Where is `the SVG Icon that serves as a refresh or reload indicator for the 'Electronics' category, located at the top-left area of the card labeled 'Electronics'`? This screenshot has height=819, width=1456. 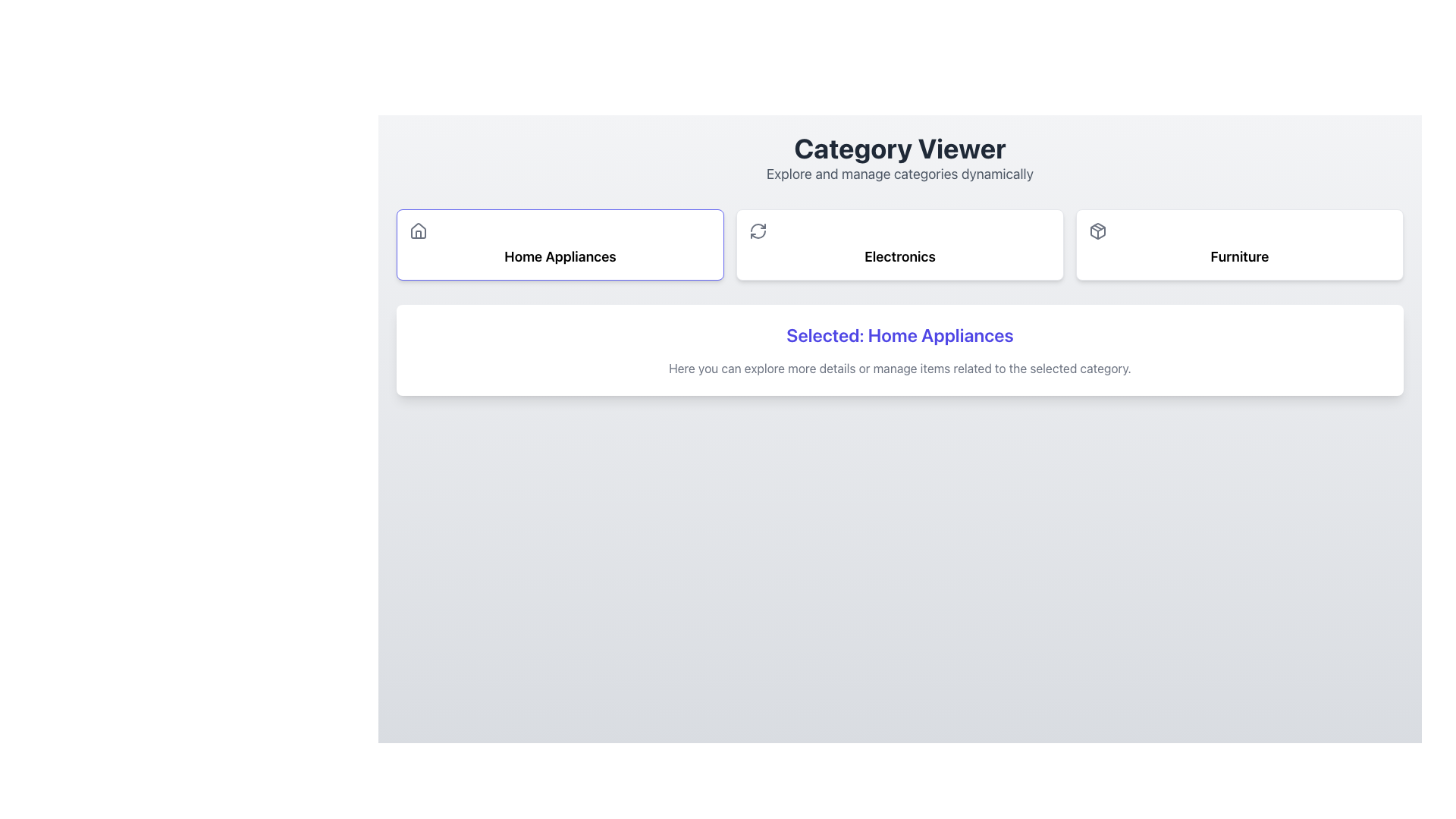
the SVG Icon that serves as a refresh or reload indicator for the 'Electronics' category, located at the top-left area of the card labeled 'Electronics' is located at coordinates (758, 231).